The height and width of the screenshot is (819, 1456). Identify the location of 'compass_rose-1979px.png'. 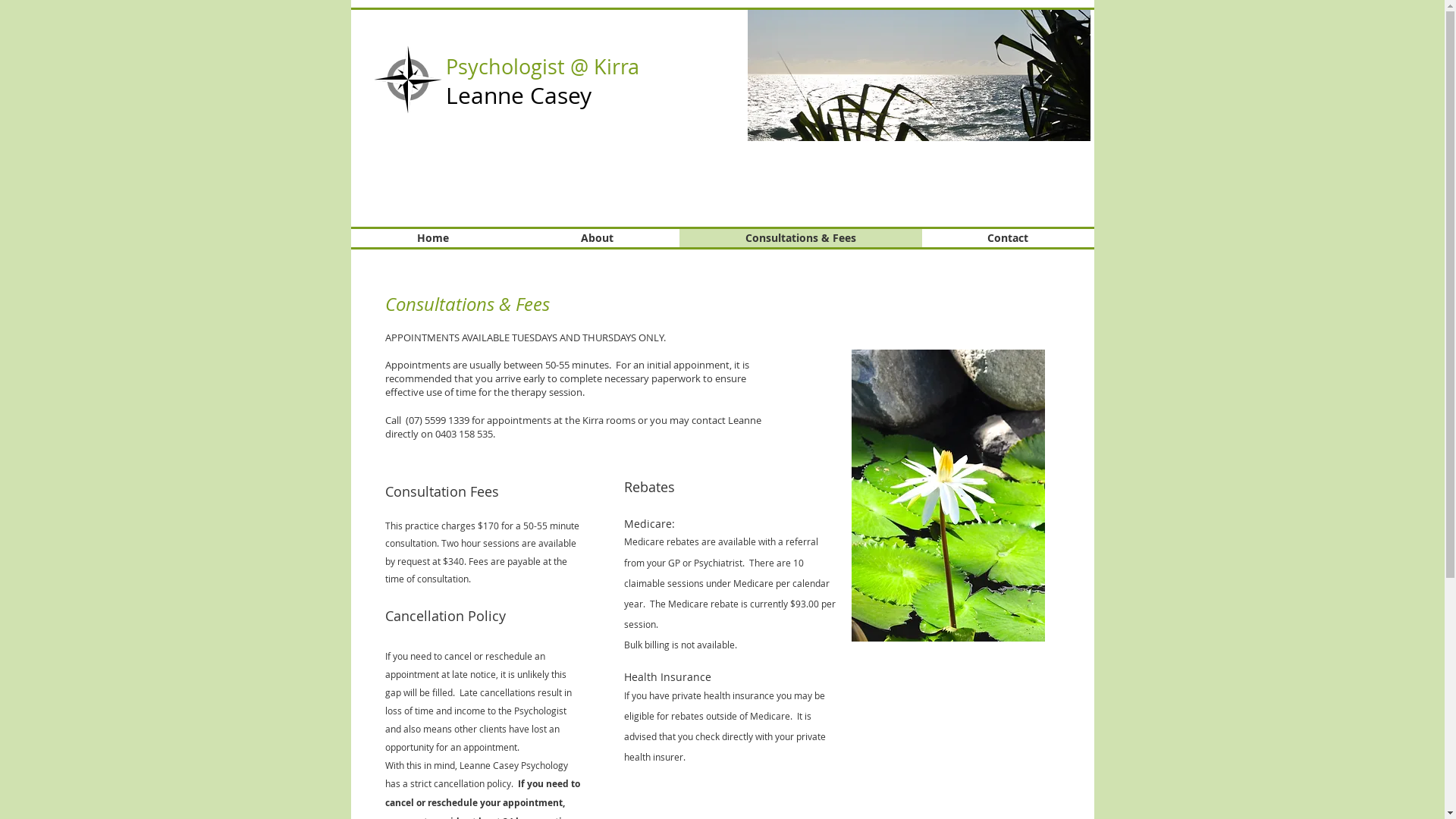
(407, 79).